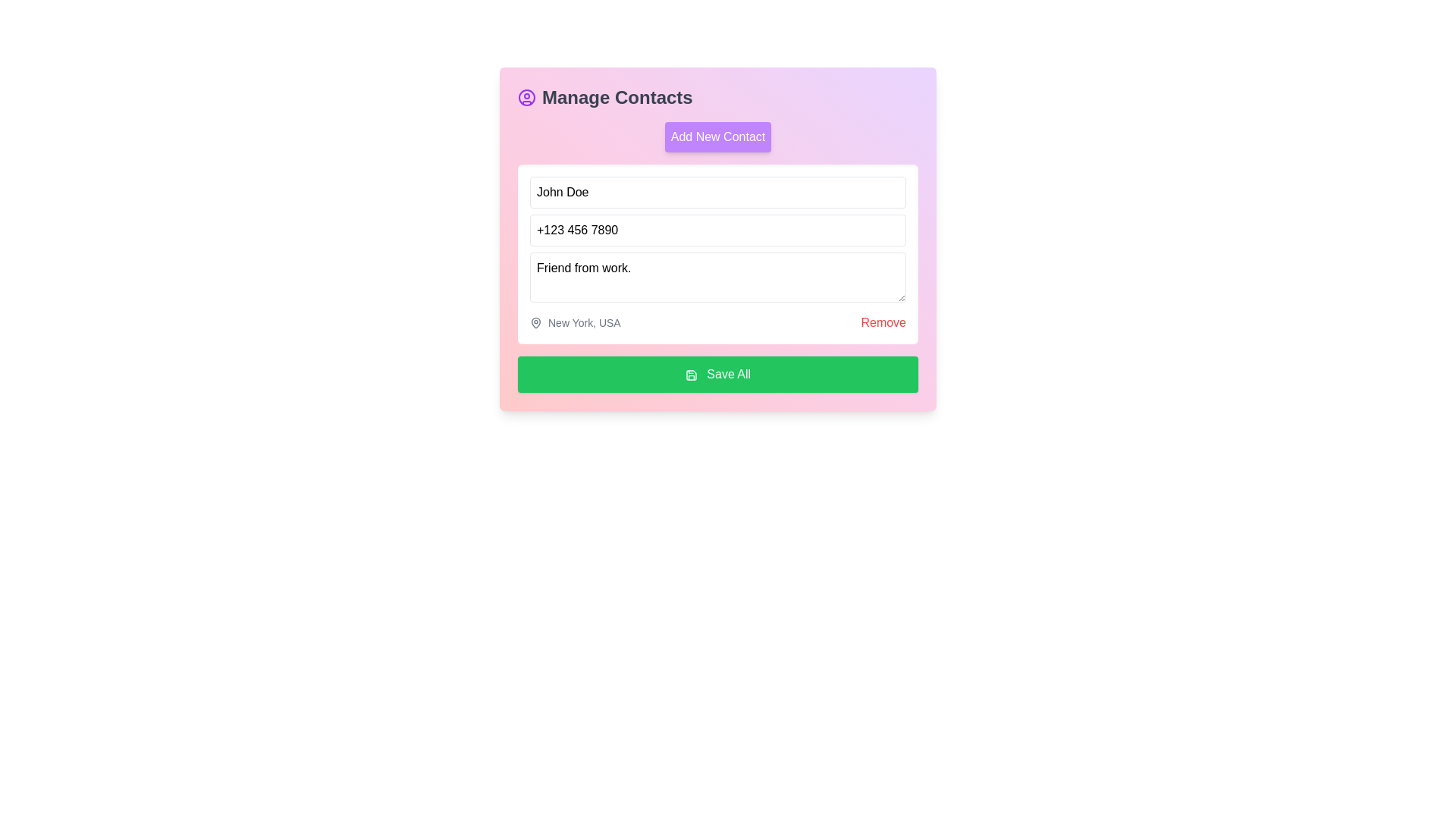 Image resolution: width=1456 pixels, height=819 pixels. Describe the element at coordinates (717, 374) in the screenshot. I see `the 'Save' button located at the bottom of the 'Manage Contacts' card` at that location.